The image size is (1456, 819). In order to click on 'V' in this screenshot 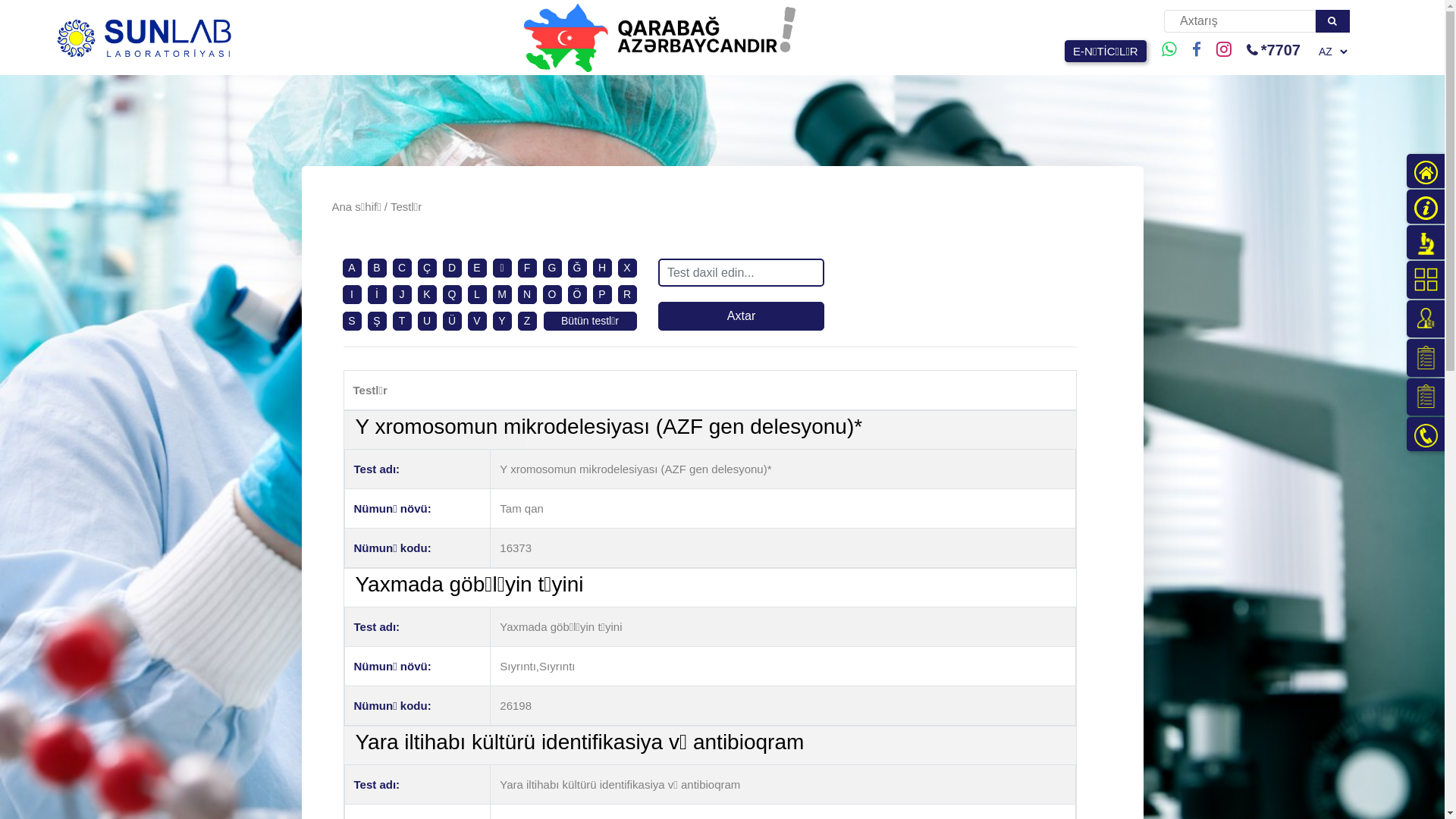, I will do `click(475, 320)`.